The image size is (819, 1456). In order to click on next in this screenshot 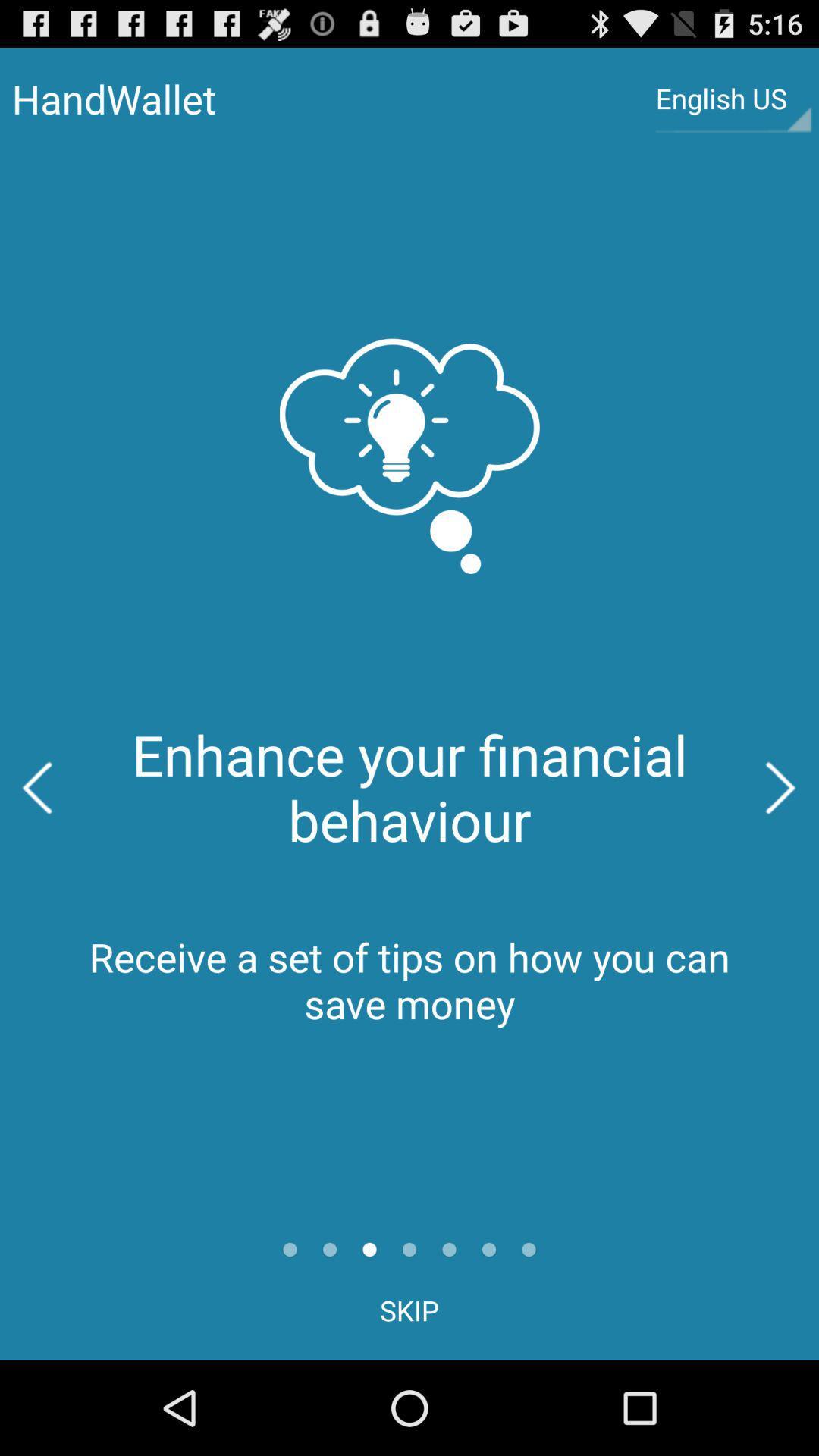, I will do `click(781, 788)`.